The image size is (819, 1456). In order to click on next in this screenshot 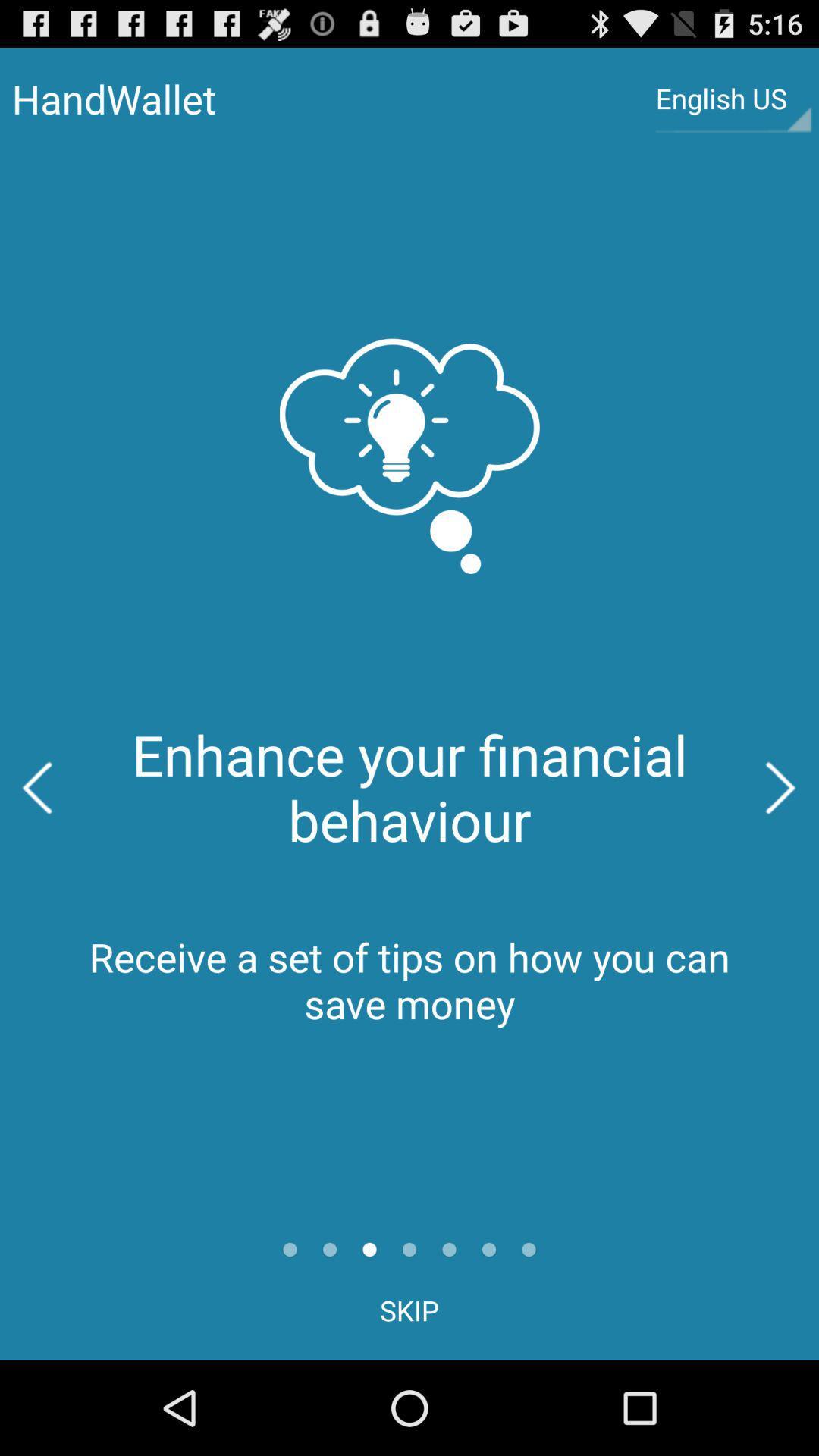, I will do `click(781, 788)`.